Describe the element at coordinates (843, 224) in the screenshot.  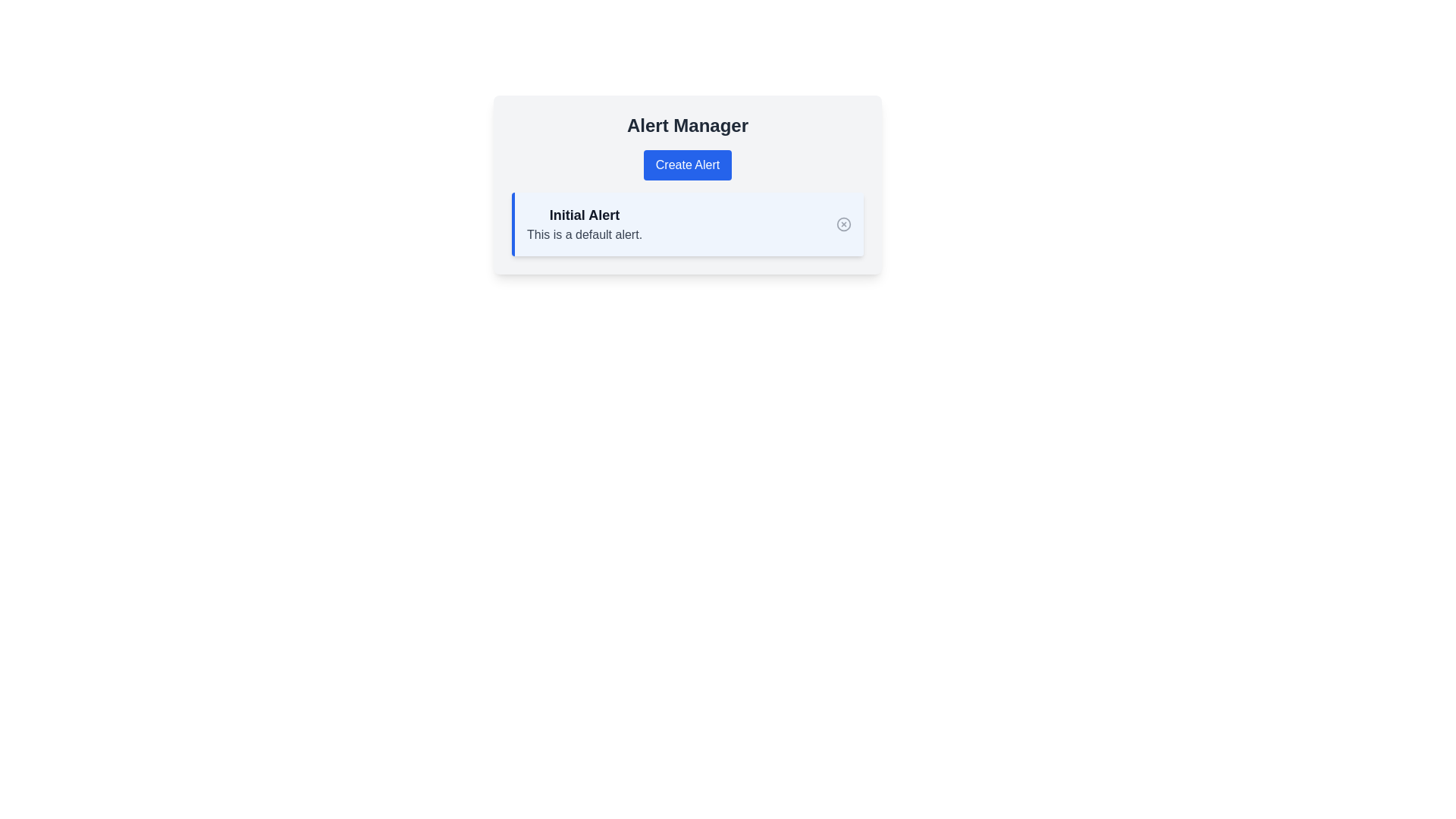
I see `the circular 'X' button with a gray outline located at the top-right corner of the 'Initial Alert' card` at that location.